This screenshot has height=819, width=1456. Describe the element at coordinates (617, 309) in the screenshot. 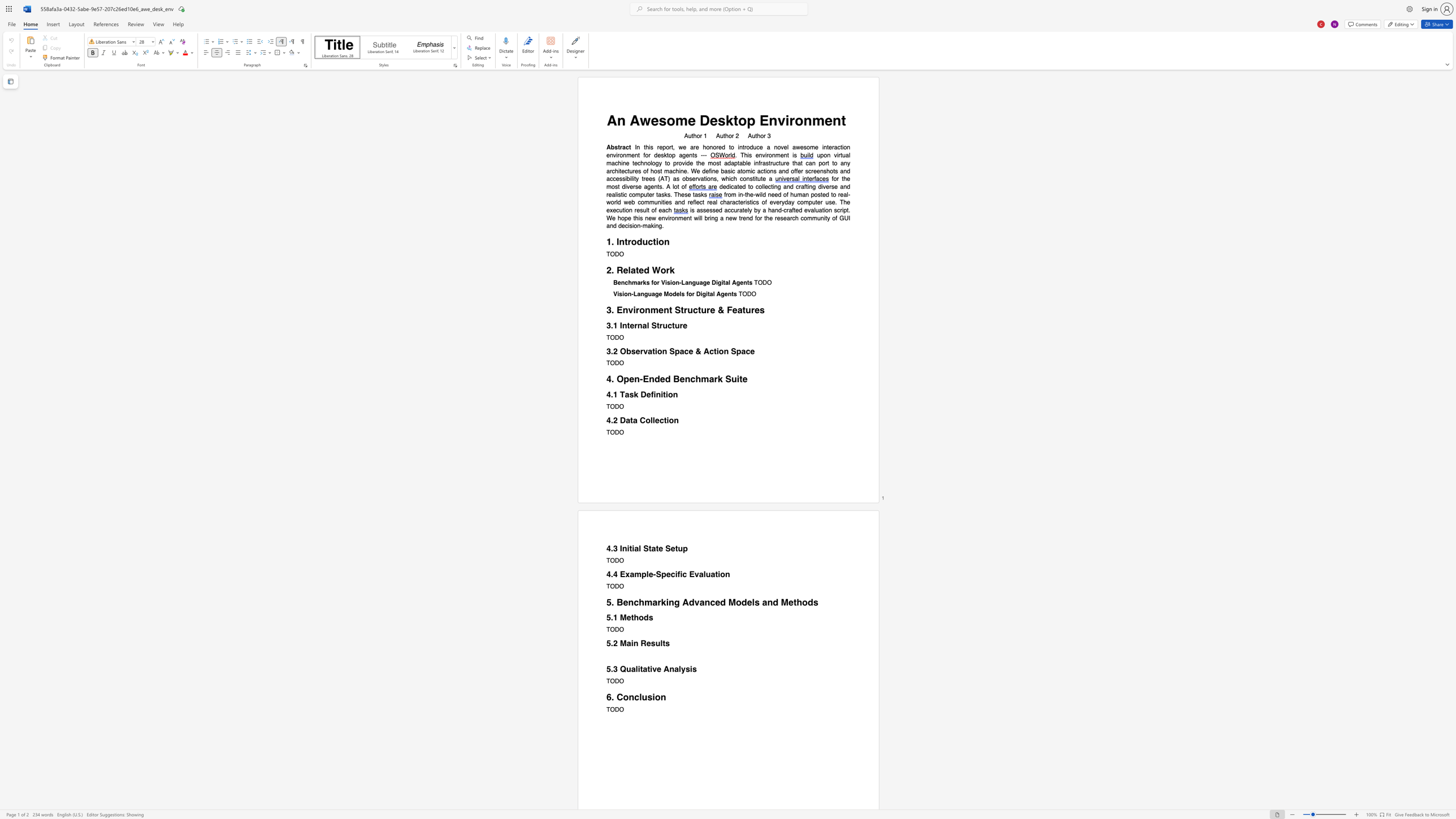

I see `the subset text "Environment Str" within the text "3. Environment Structure & Features"` at that location.